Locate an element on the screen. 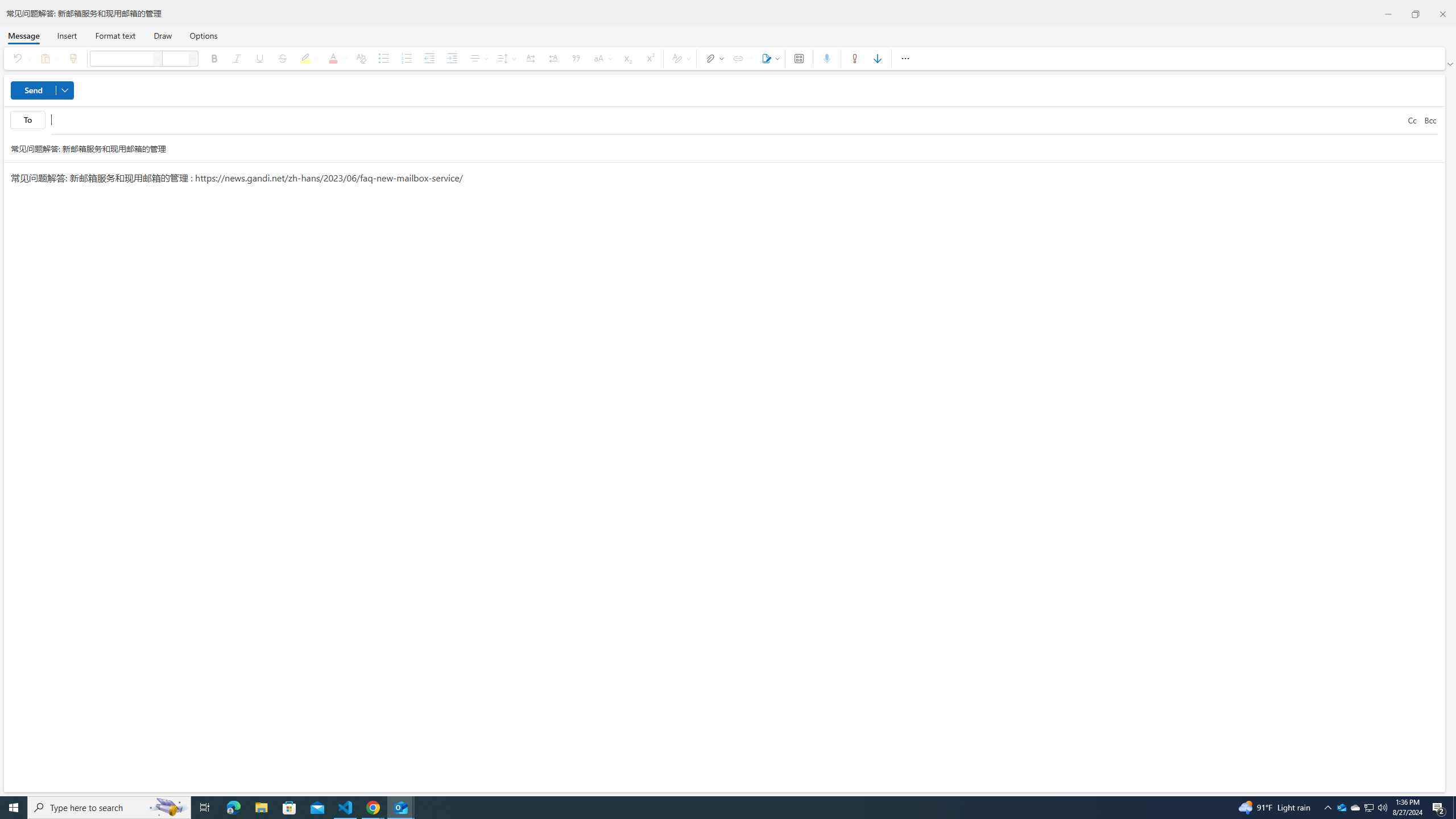  'Font' is located at coordinates (158, 58).